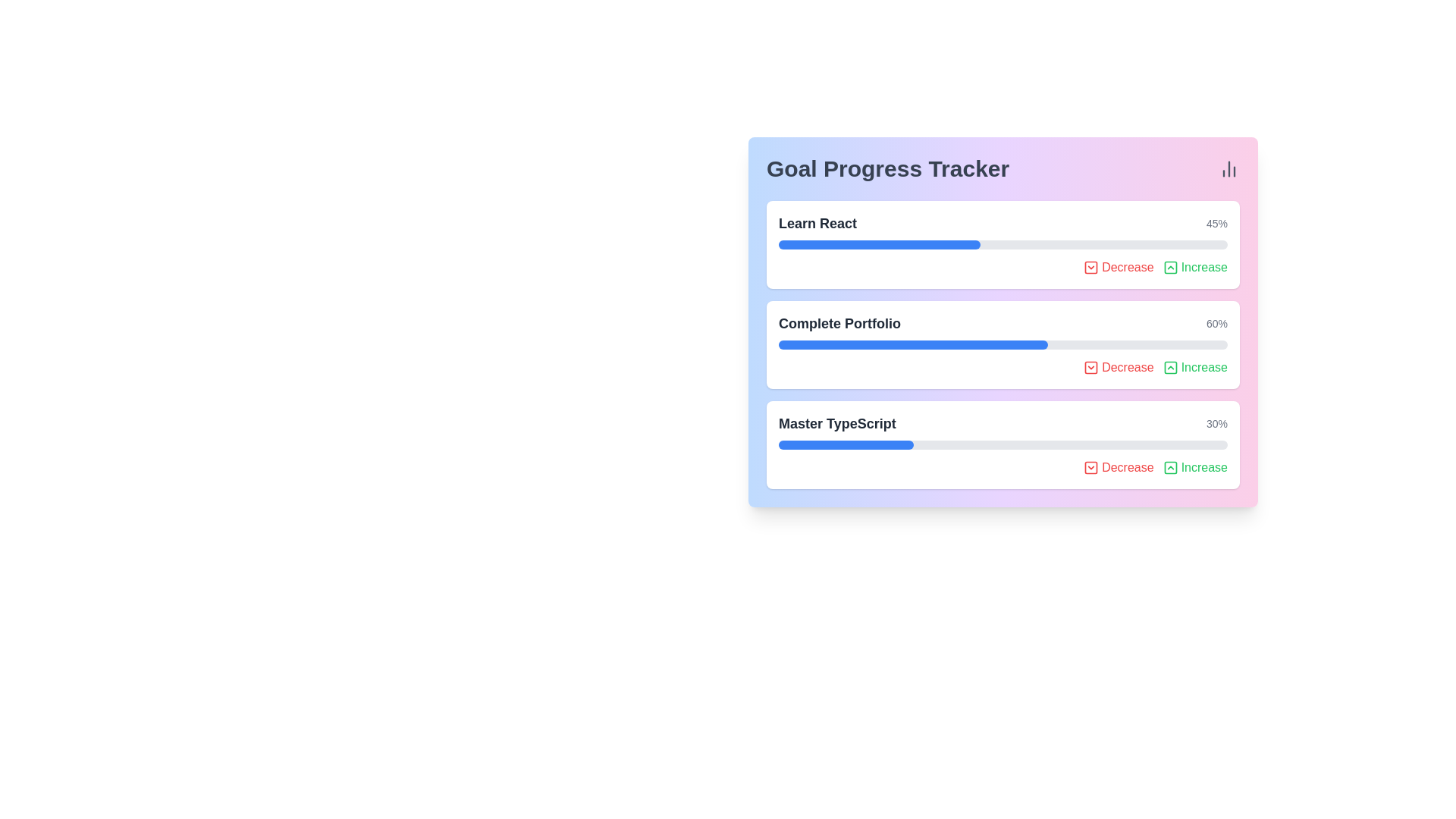 Image resolution: width=1456 pixels, height=819 pixels. Describe the element at coordinates (1003, 345) in the screenshot. I see `the progress bar that visually represents the completion percentage of the 'Complete Portfolio' task, located below the 'Complete Portfolio' text label and above the 'Increase' and 'Decrease' buttons` at that location.